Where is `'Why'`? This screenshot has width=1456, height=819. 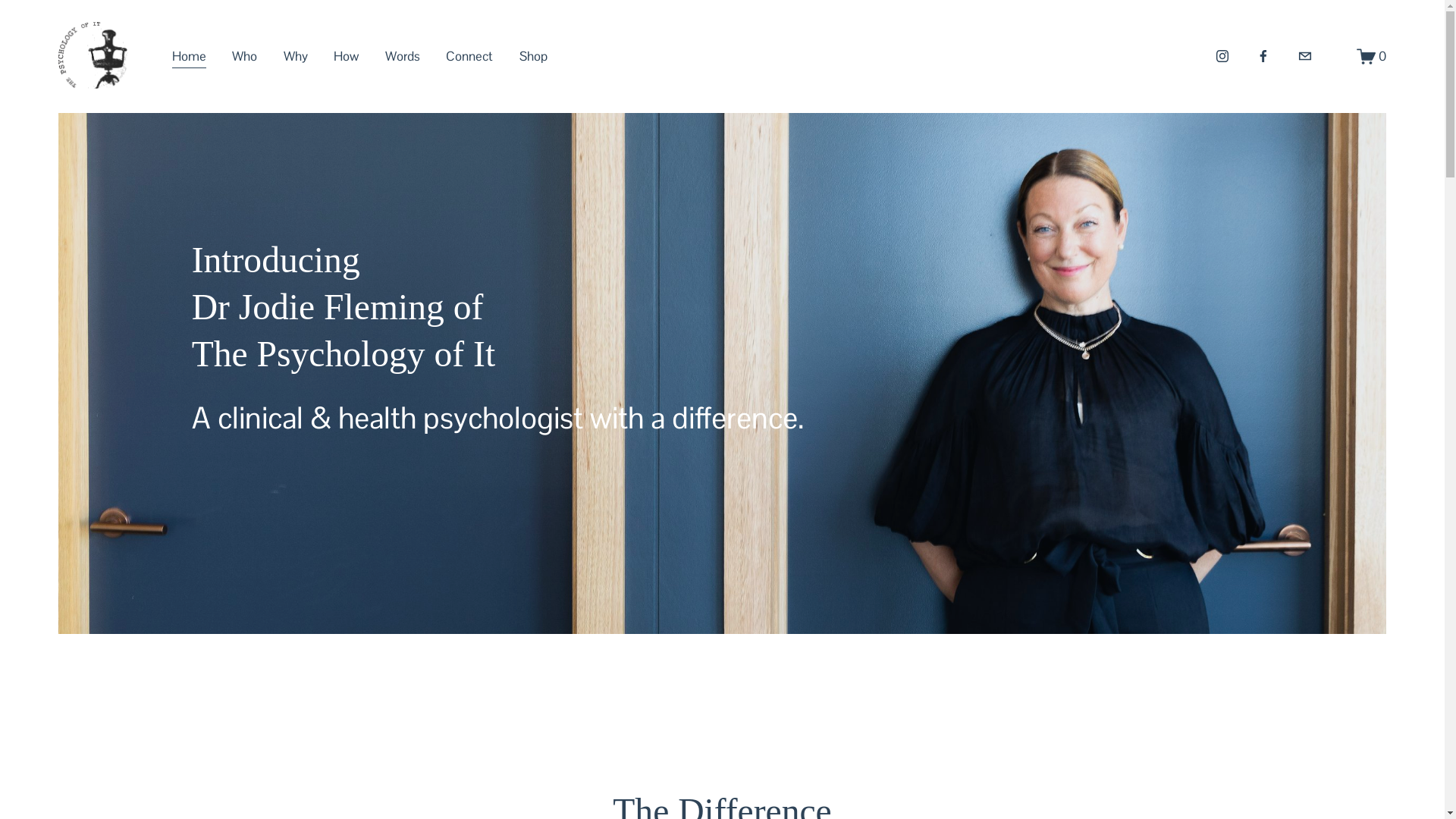 'Why' is located at coordinates (284, 55).